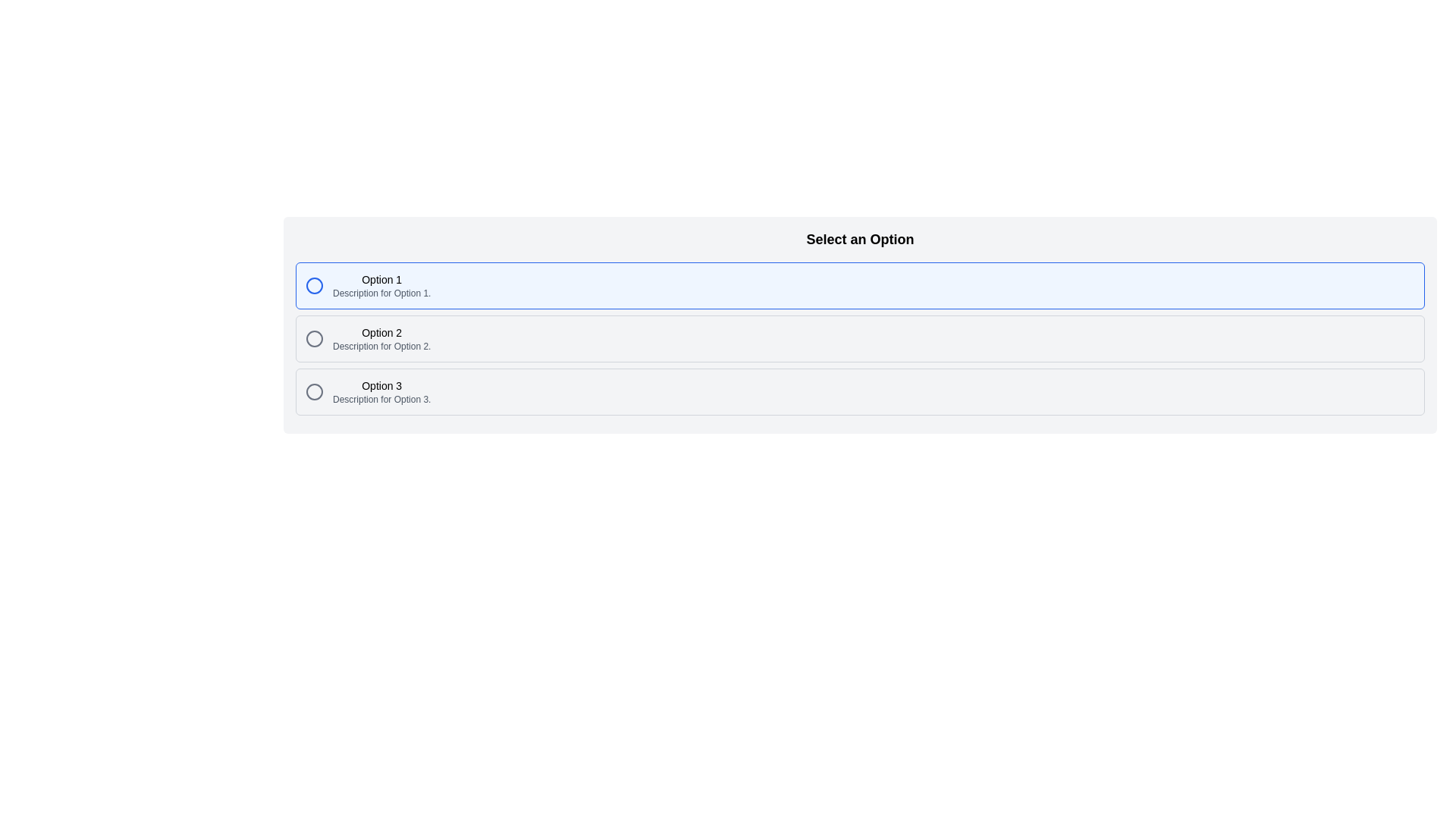 This screenshot has width=1456, height=819. What do you see at coordinates (381, 280) in the screenshot?
I see `the text label that identifies the first option in a list of selectable options, located above 'Option 2' and 'Option 3', adjacent to a circular radio button` at bounding box center [381, 280].